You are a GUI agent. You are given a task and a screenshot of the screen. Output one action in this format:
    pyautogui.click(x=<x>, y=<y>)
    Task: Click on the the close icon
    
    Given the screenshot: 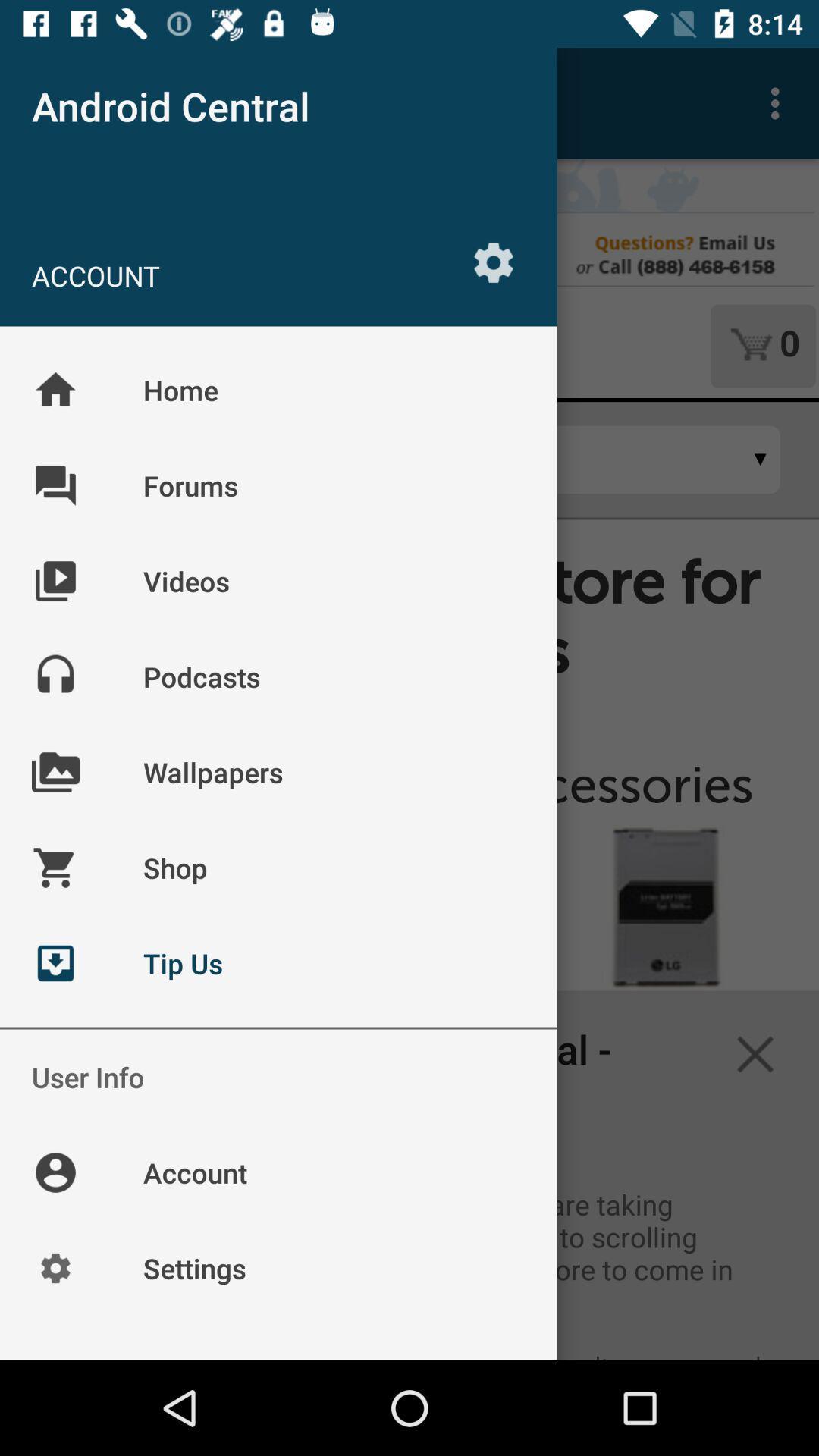 What is the action you would take?
    pyautogui.click(x=755, y=1053)
    